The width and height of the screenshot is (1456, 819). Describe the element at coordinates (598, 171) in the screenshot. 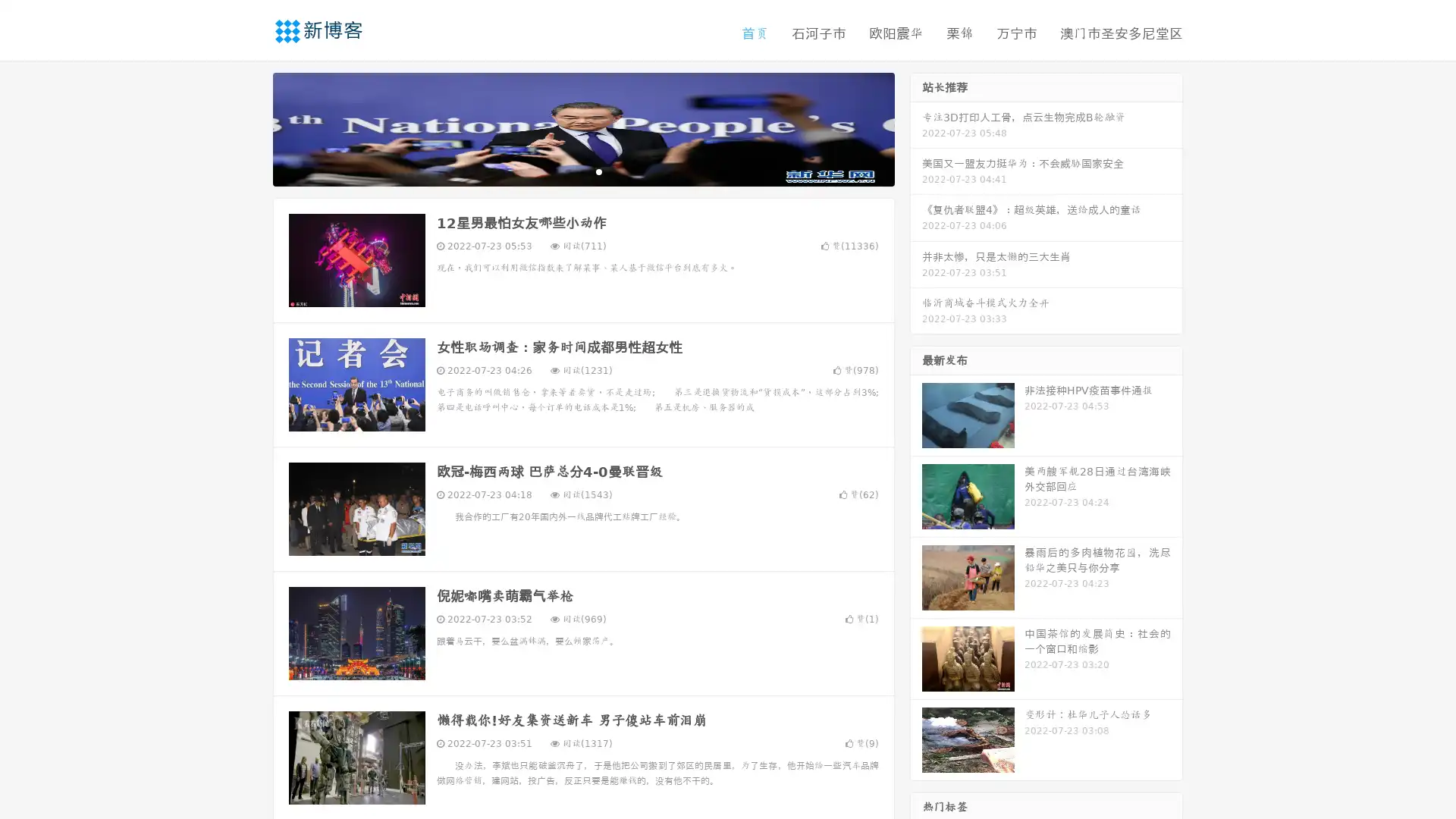

I see `Go to slide 3` at that location.